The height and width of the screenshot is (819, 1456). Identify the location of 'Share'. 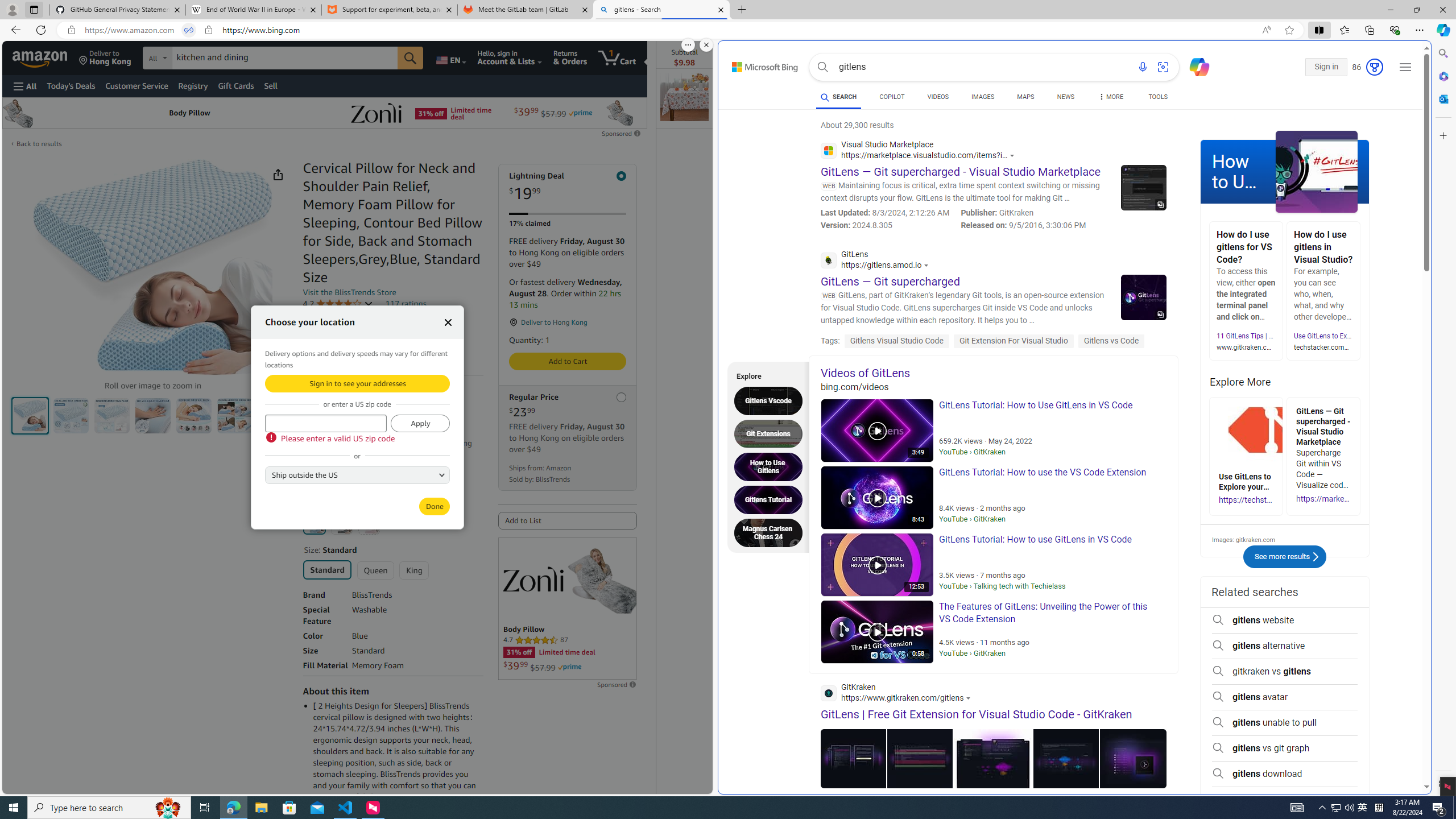
(278, 174).